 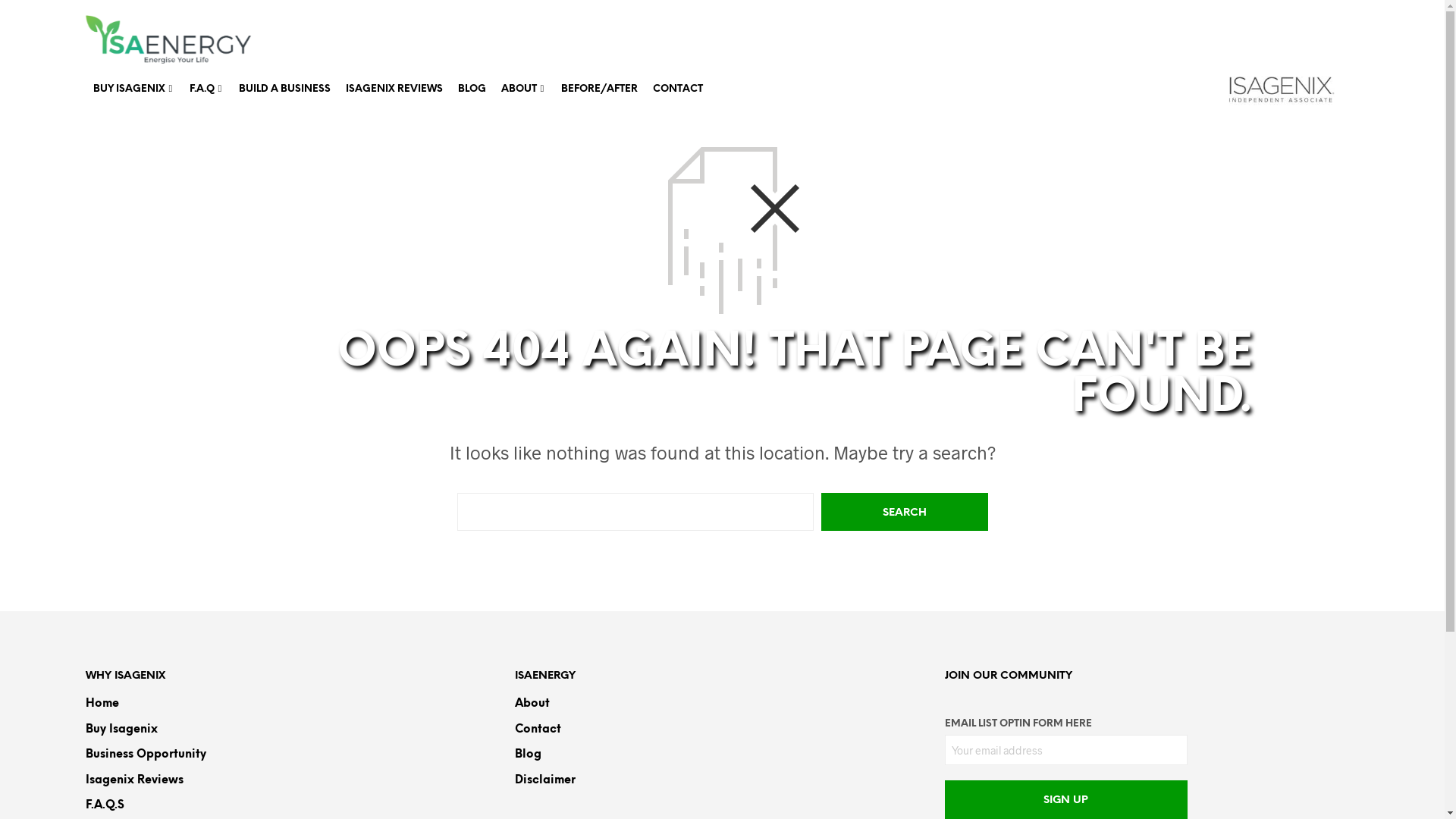 What do you see at coordinates (133, 780) in the screenshot?
I see `'Isagenix Reviews'` at bounding box center [133, 780].